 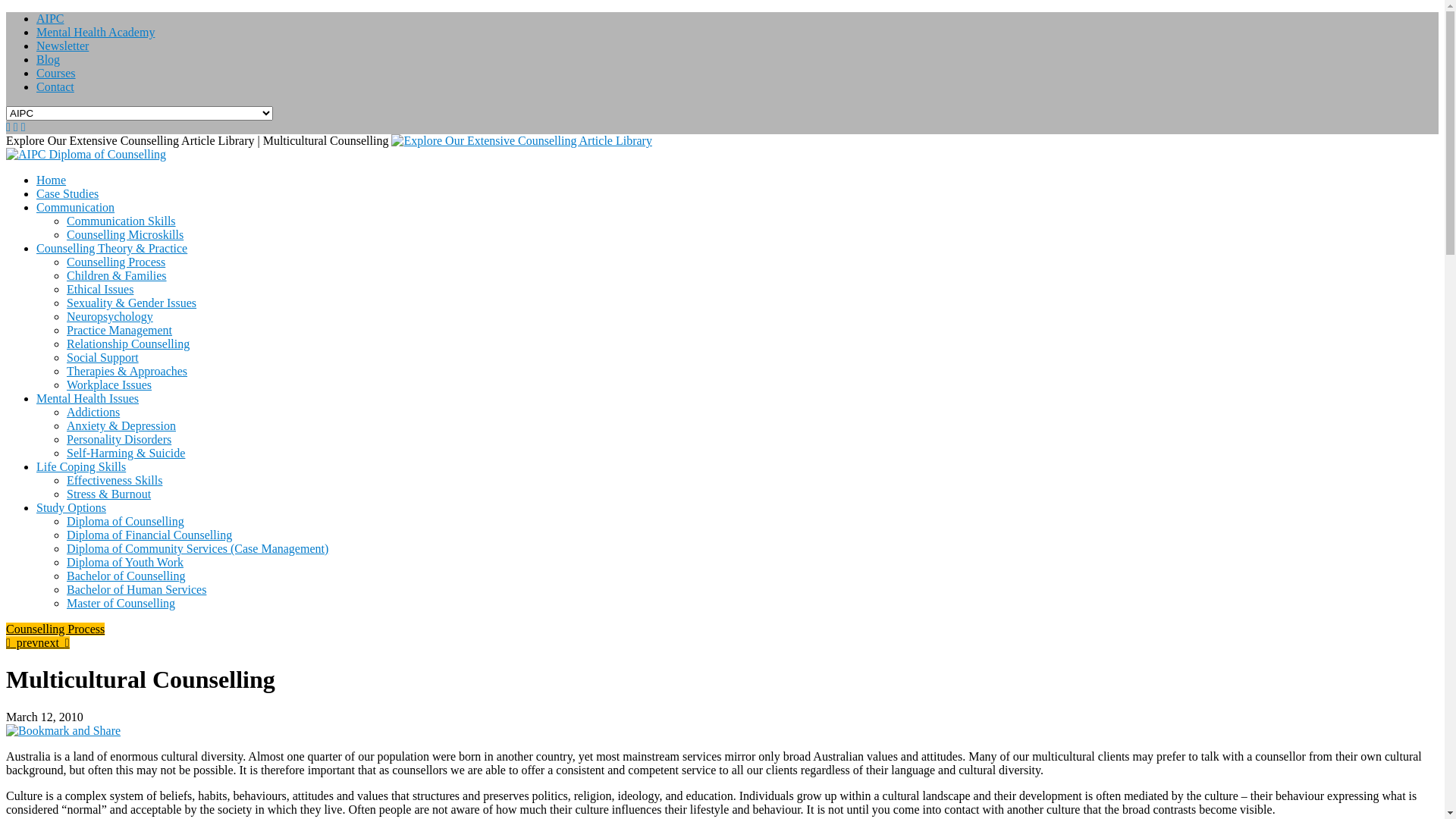 I want to click on 'Twitter', so click(x=15, y=126).